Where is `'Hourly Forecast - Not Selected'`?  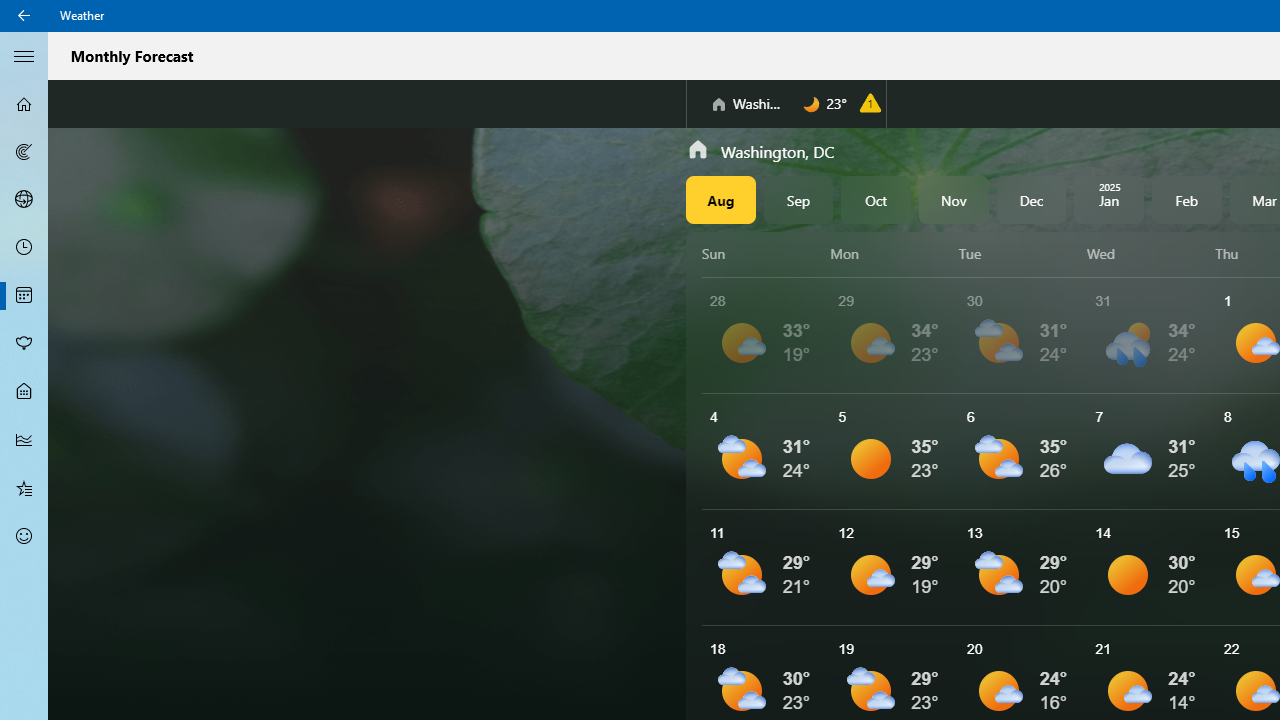
'Hourly Forecast - Not Selected' is located at coordinates (24, 247).